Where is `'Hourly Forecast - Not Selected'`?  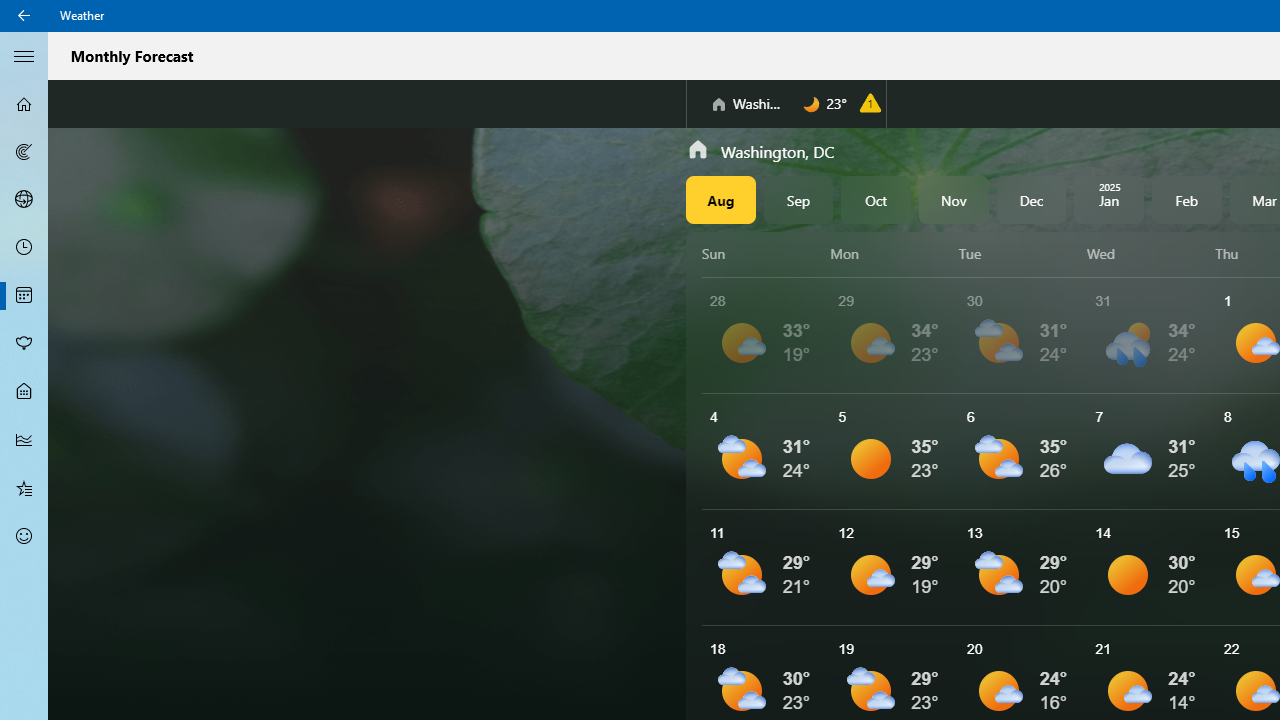
'Hourly Forecast - Not Selected' is located at coordinates (24, 247).